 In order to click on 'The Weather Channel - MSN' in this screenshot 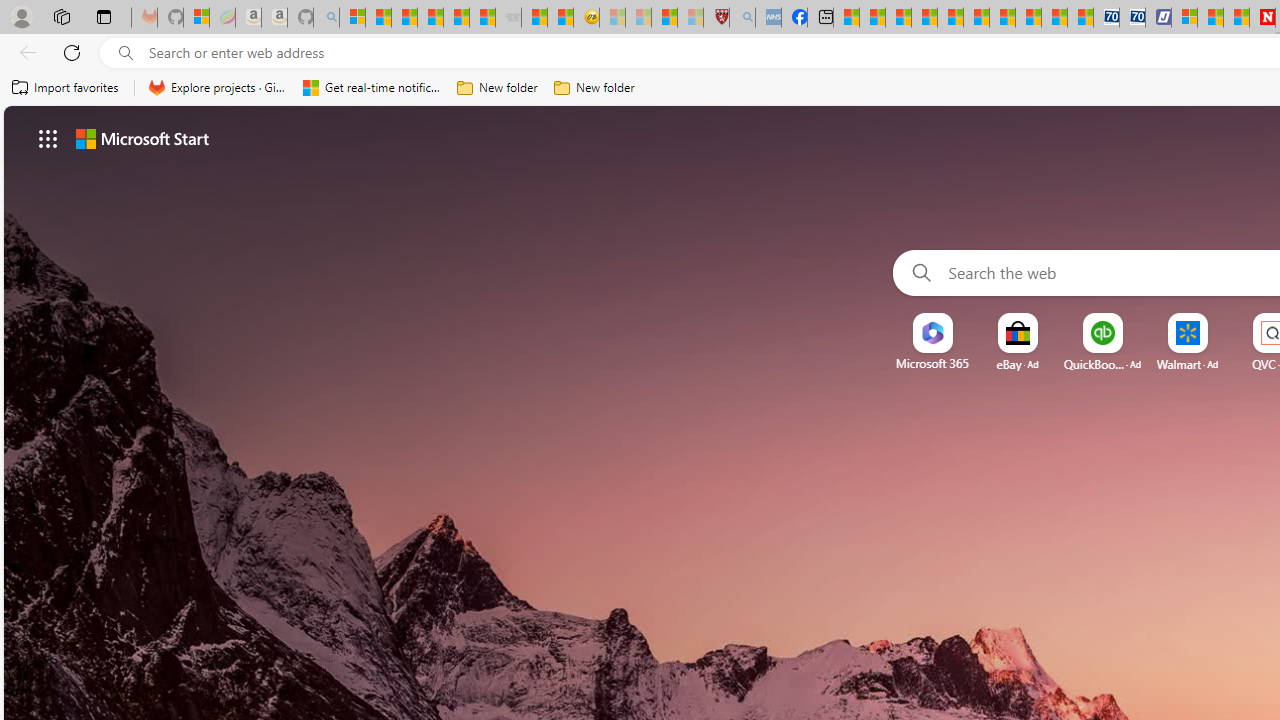, I will do `click(403, 17)`.